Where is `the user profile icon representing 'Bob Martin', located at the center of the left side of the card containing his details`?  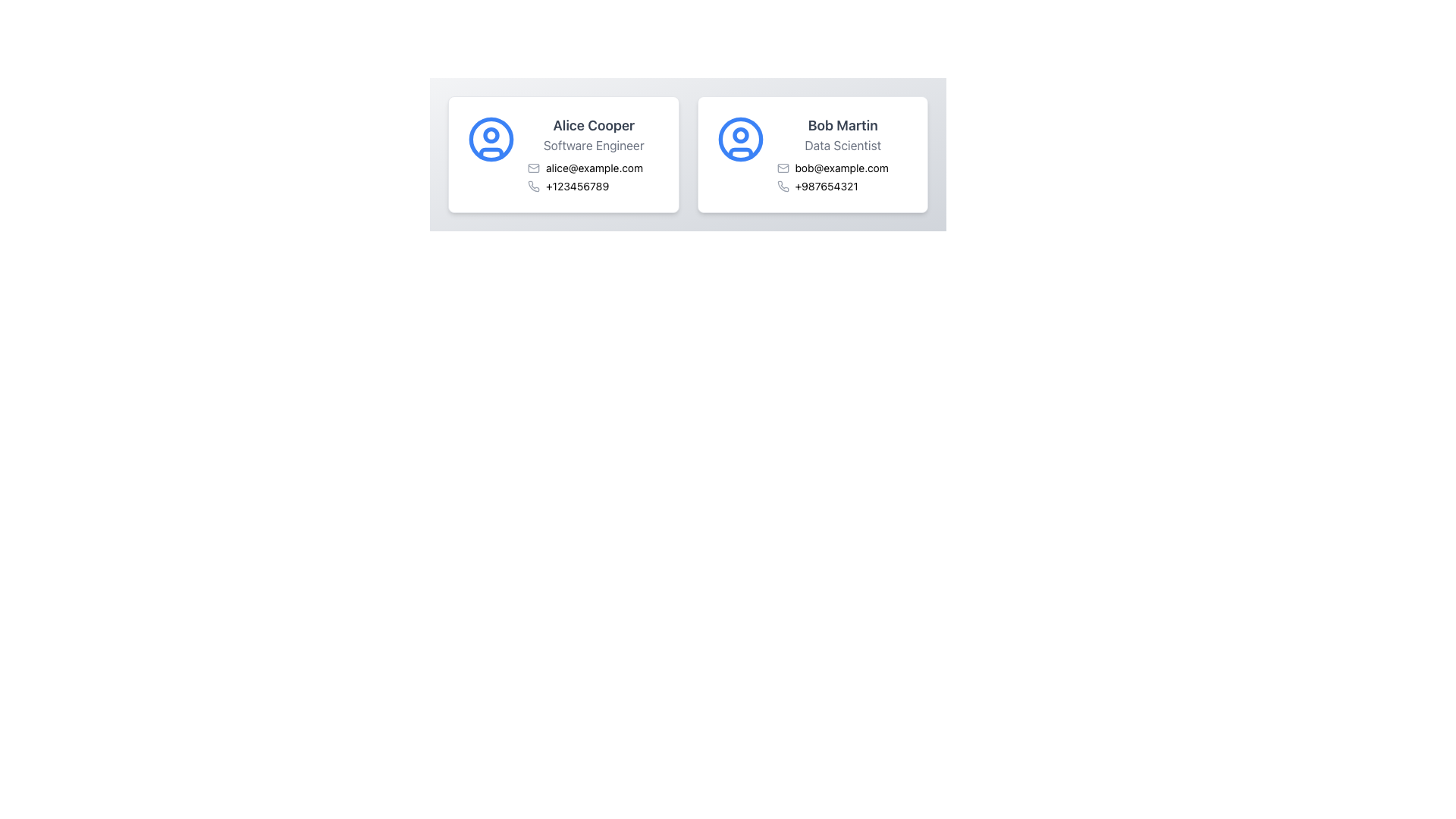 the user profile icon representing 'Bob Martin', located at the center of the left side of the card containing his details is located at coordinates (740, 140).